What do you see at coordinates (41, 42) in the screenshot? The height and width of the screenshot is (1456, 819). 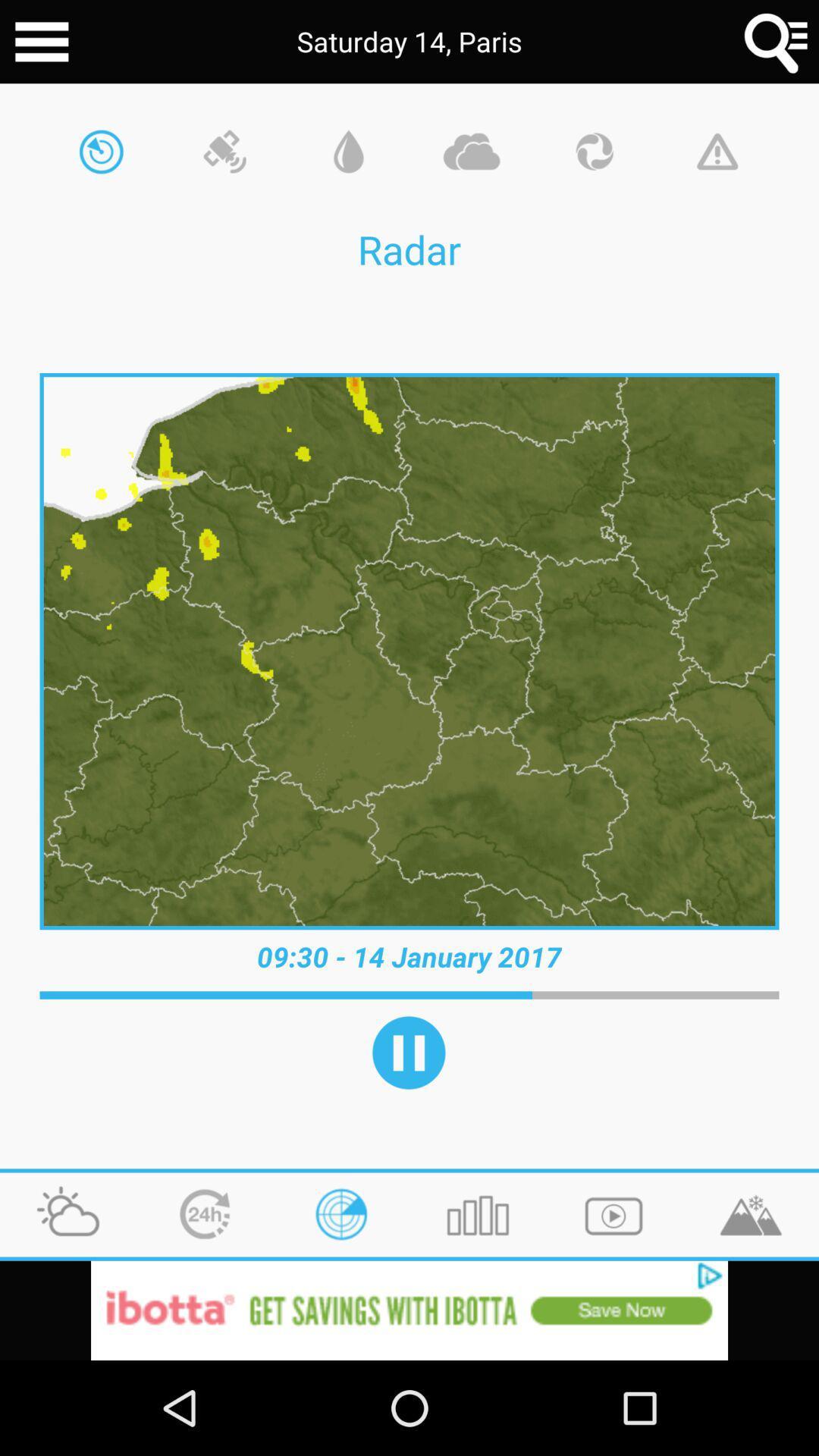 I see `menu` at bounding box center [41, 42].